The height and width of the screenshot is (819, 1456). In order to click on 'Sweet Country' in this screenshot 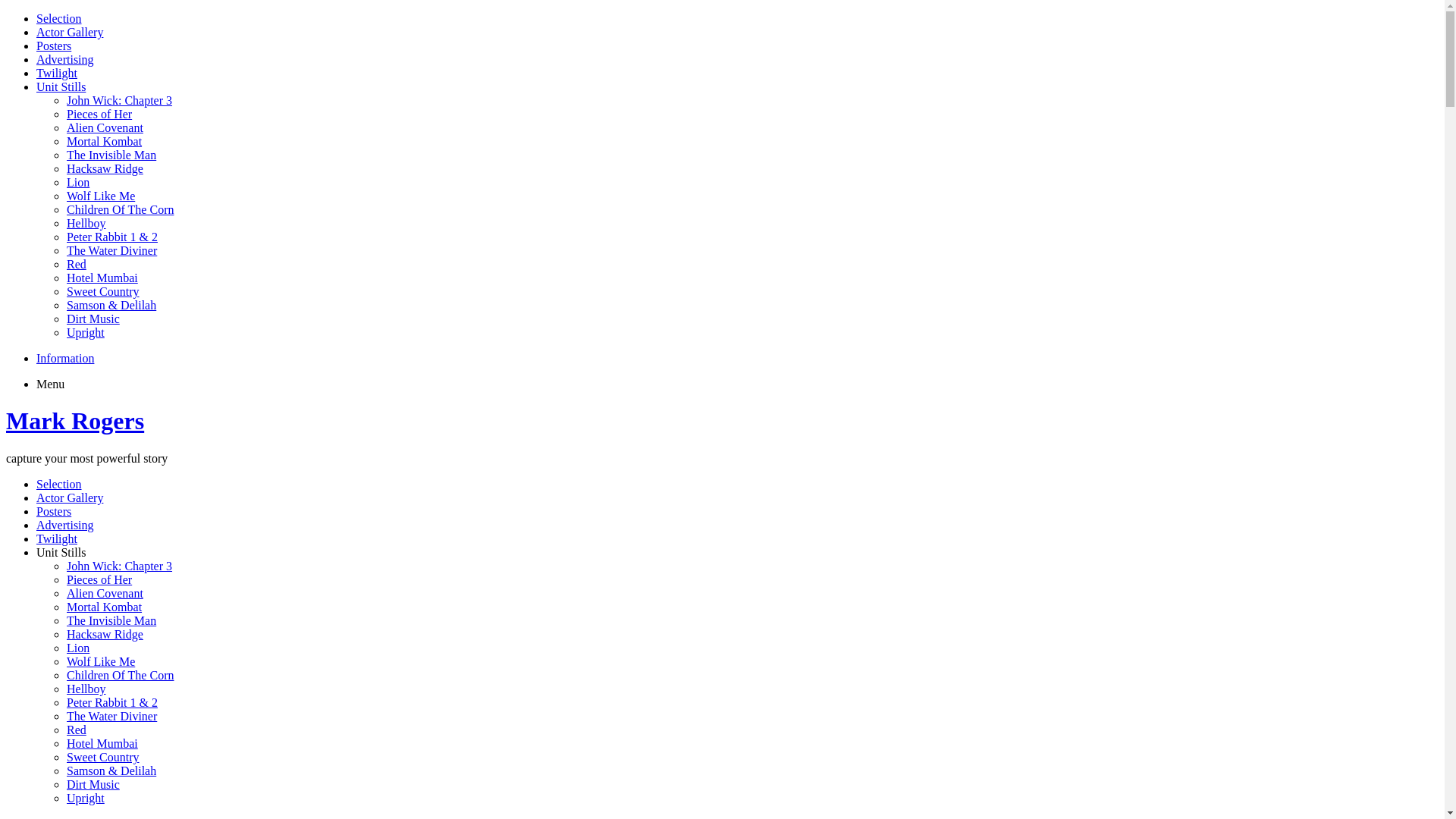, I will do `click(65, 291)`.